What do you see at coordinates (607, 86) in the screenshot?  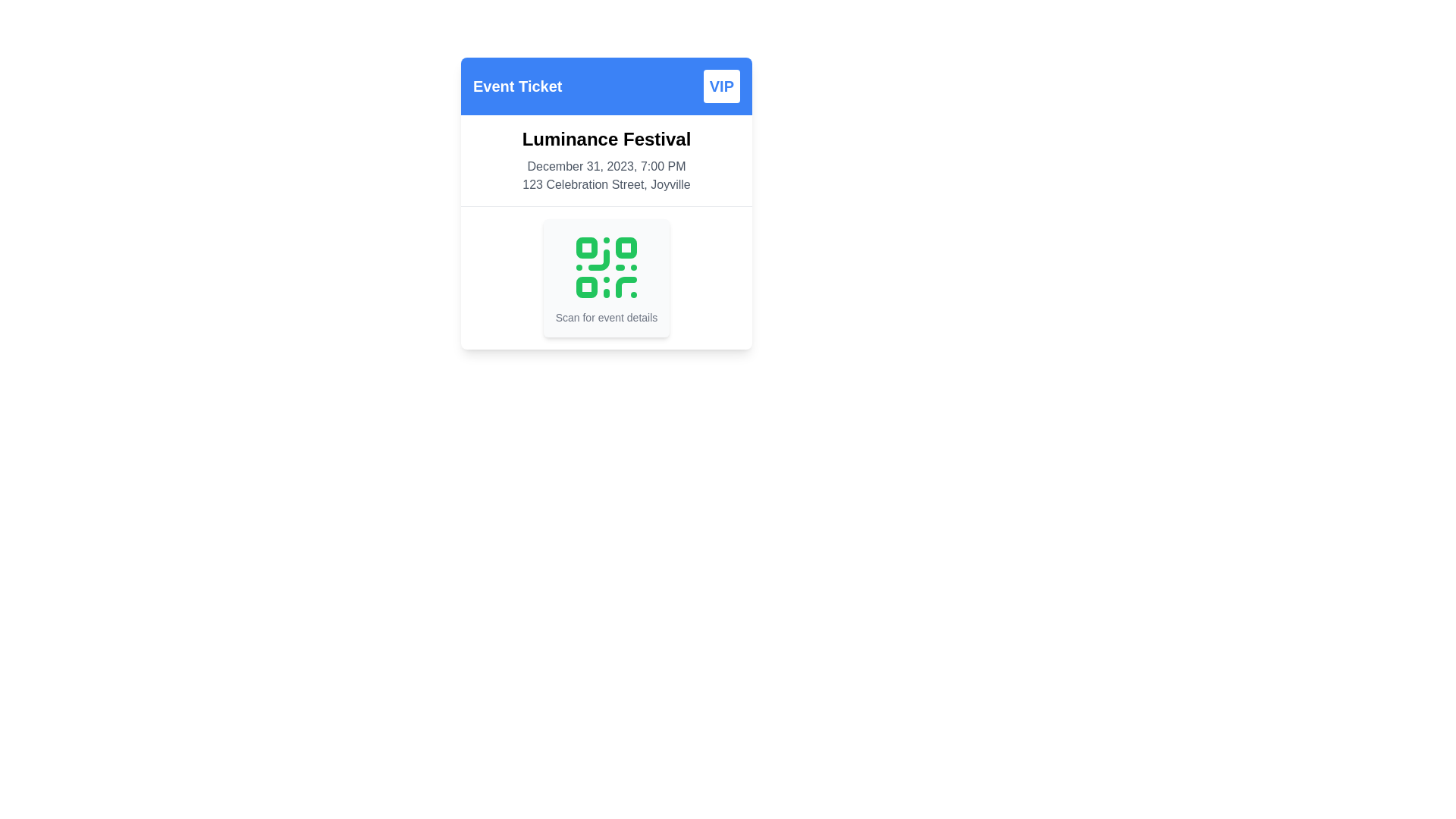 I see `the blue informational banner element at the top of the event card that displays 'Event Ticket' and 'VIP'` at bounding box center [607, 86].